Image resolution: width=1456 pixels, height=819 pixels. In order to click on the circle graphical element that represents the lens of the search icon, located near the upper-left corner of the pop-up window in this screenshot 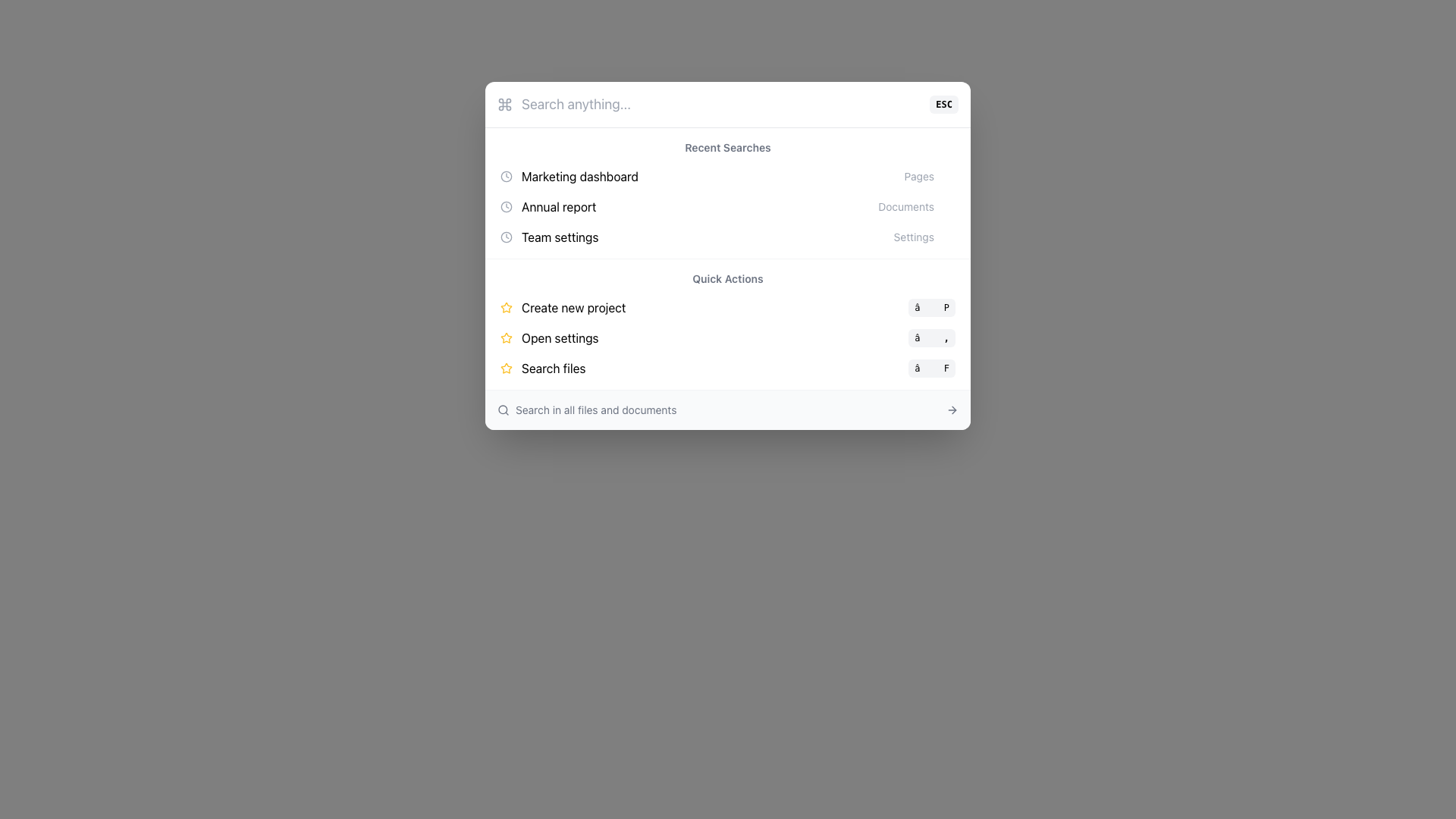, I will do `click(503, 409)`.